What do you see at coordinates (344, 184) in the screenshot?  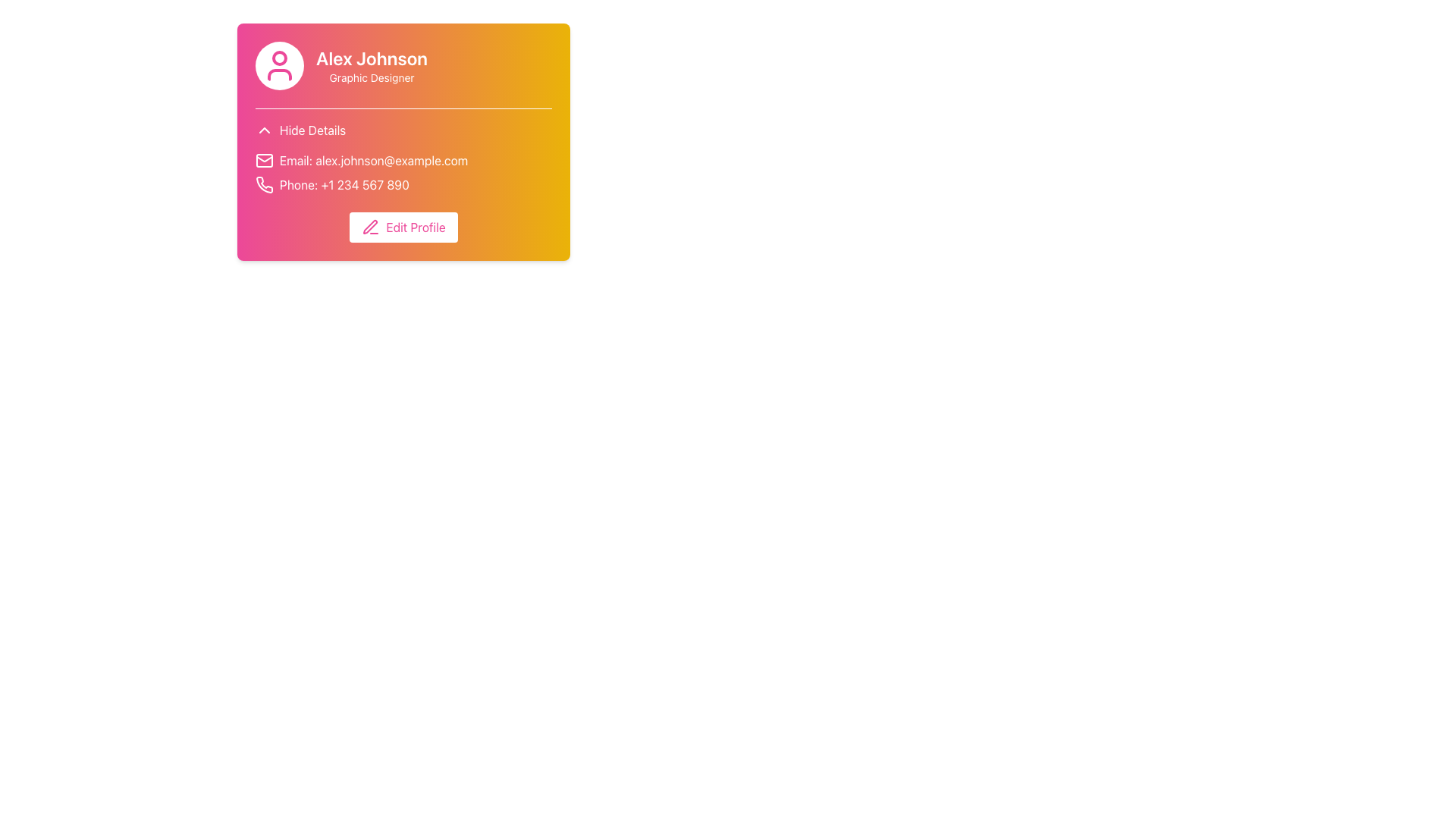 I see `user's phone number displayed prominently to the right of the phone icon within the second row of the card layout` at bounding box center [344, 184].